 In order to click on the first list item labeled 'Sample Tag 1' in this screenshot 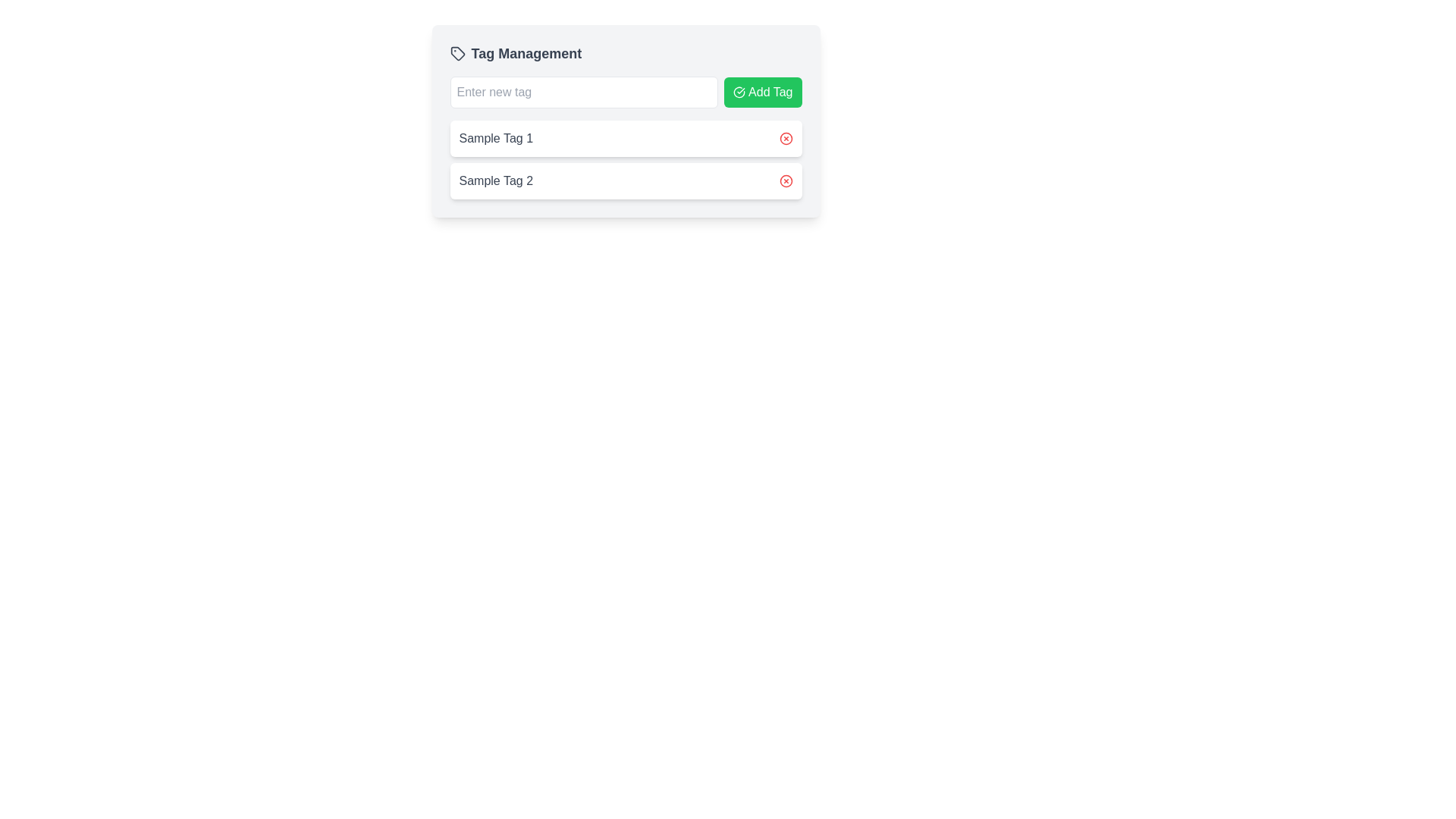, I will do `click(626, 138)`.